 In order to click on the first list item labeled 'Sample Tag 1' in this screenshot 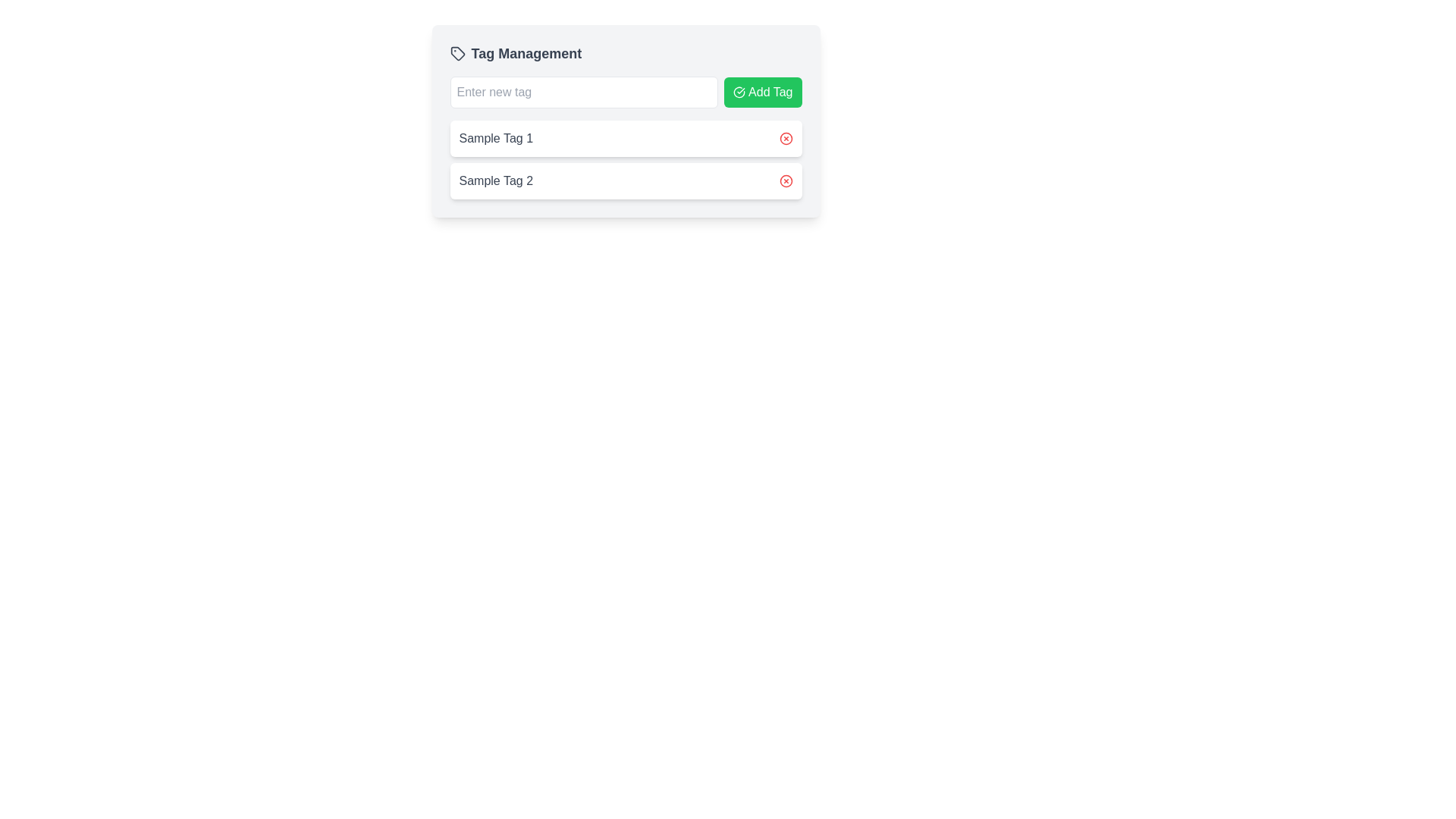, I will do `click(626, 138)`.